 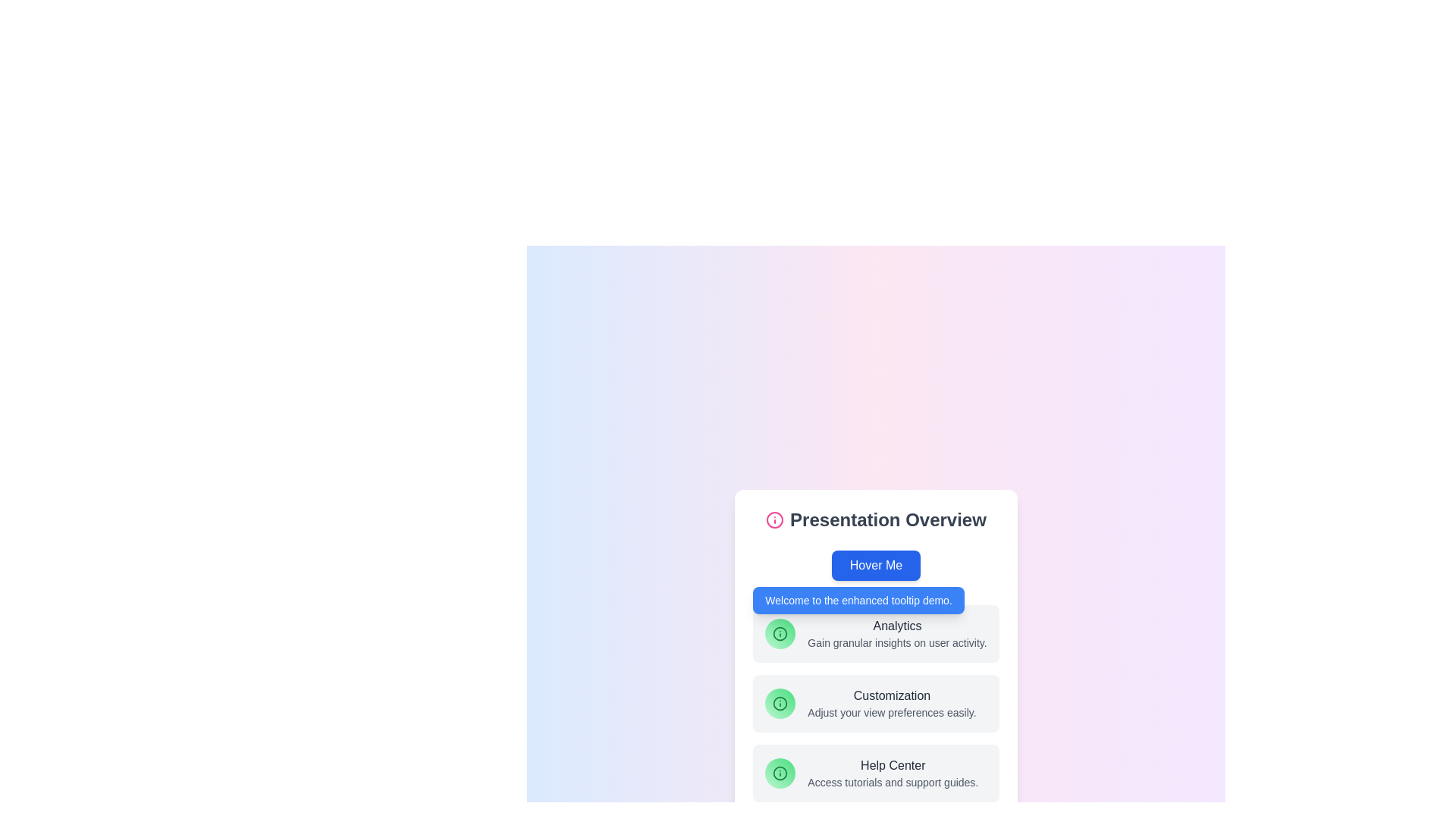 I want to click on the text element that says 'Adjust your view preferences easily.' located below the 'Customization' header in the customization section, so click(x=892, y=713).